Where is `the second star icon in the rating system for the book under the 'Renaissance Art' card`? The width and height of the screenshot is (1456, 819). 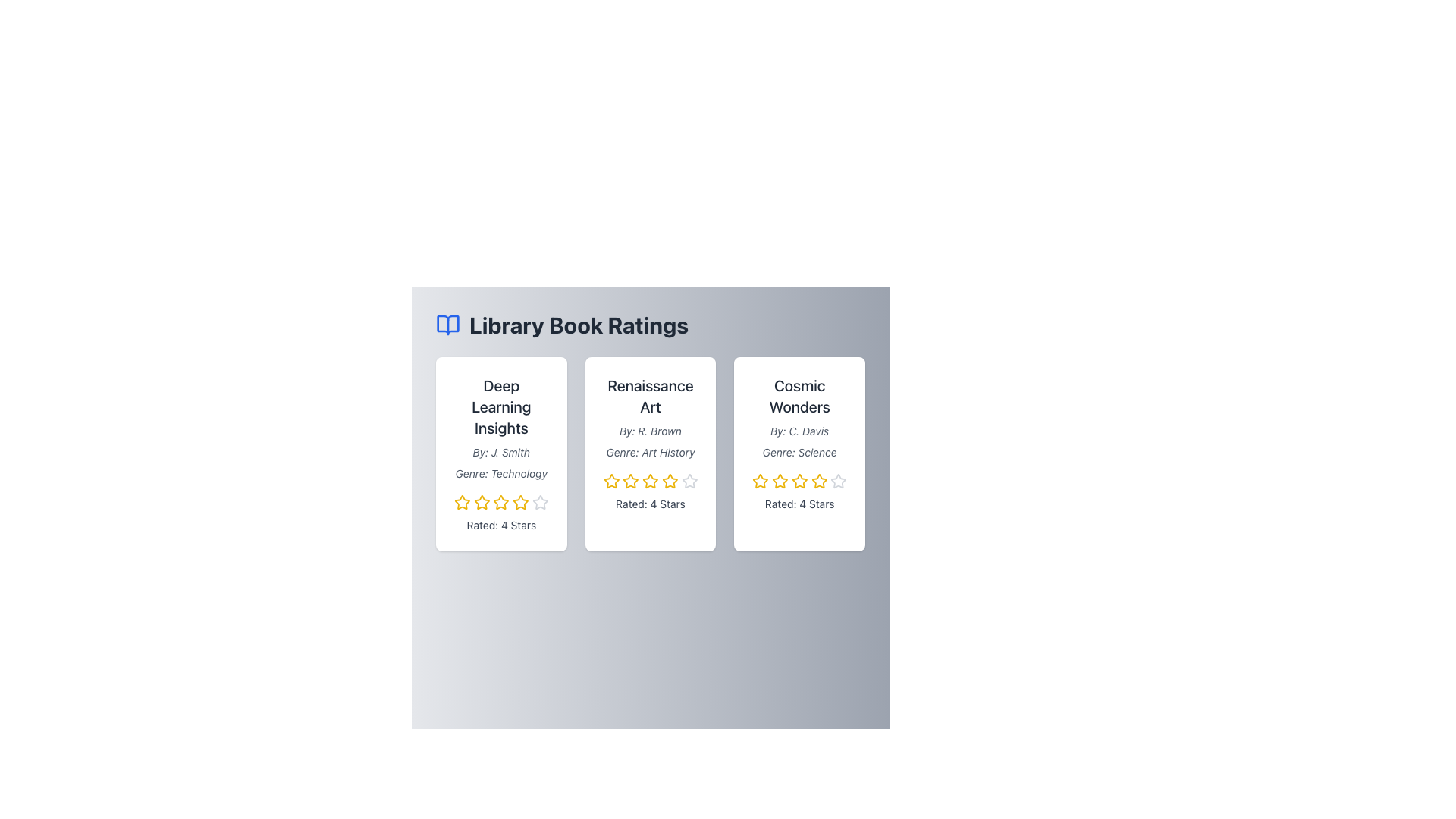 the second star icon in the rating system for the book under the 'Renaissance Art' card is located at coordinates (611, 481).